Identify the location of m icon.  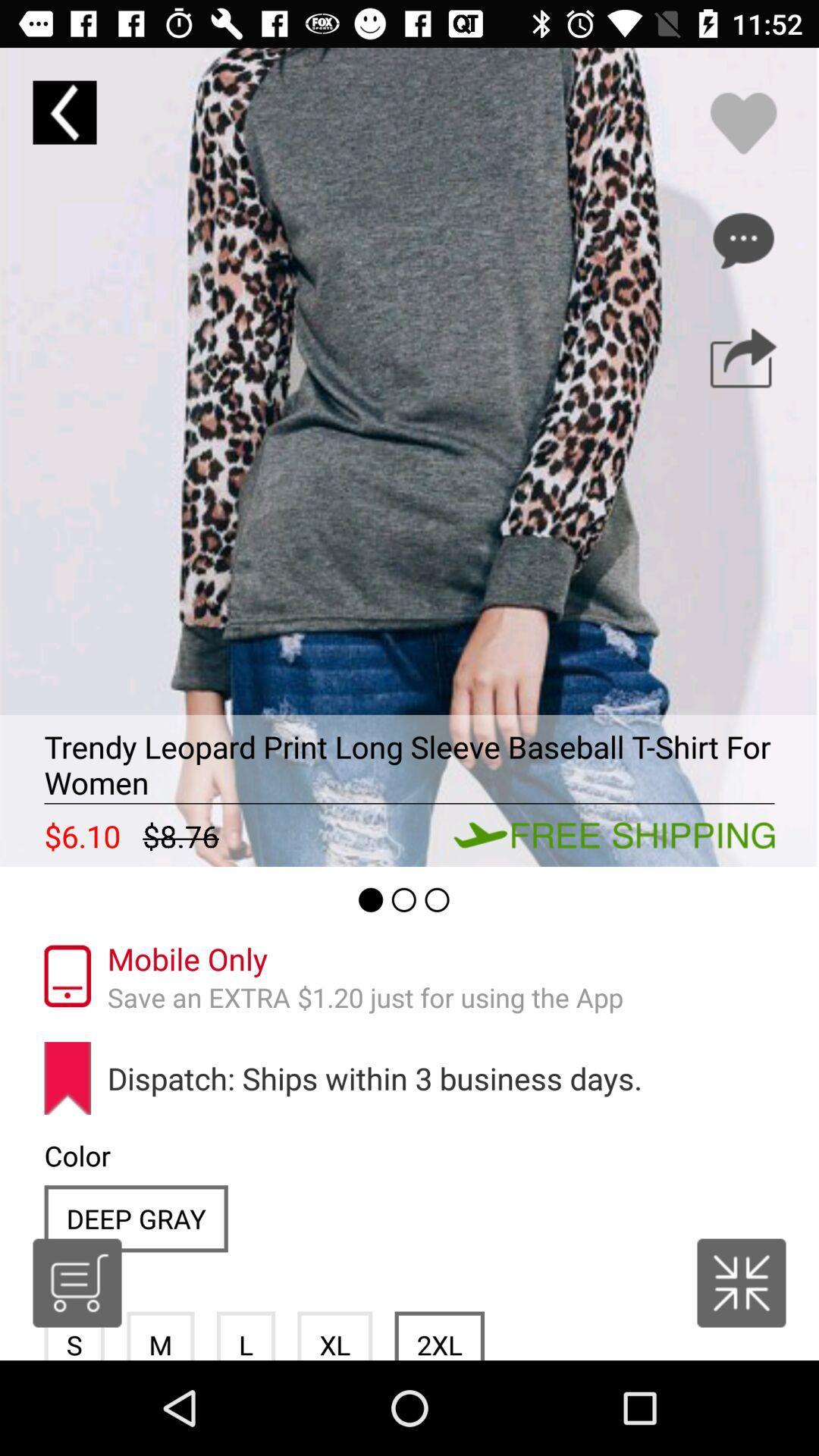
(160, 1335).